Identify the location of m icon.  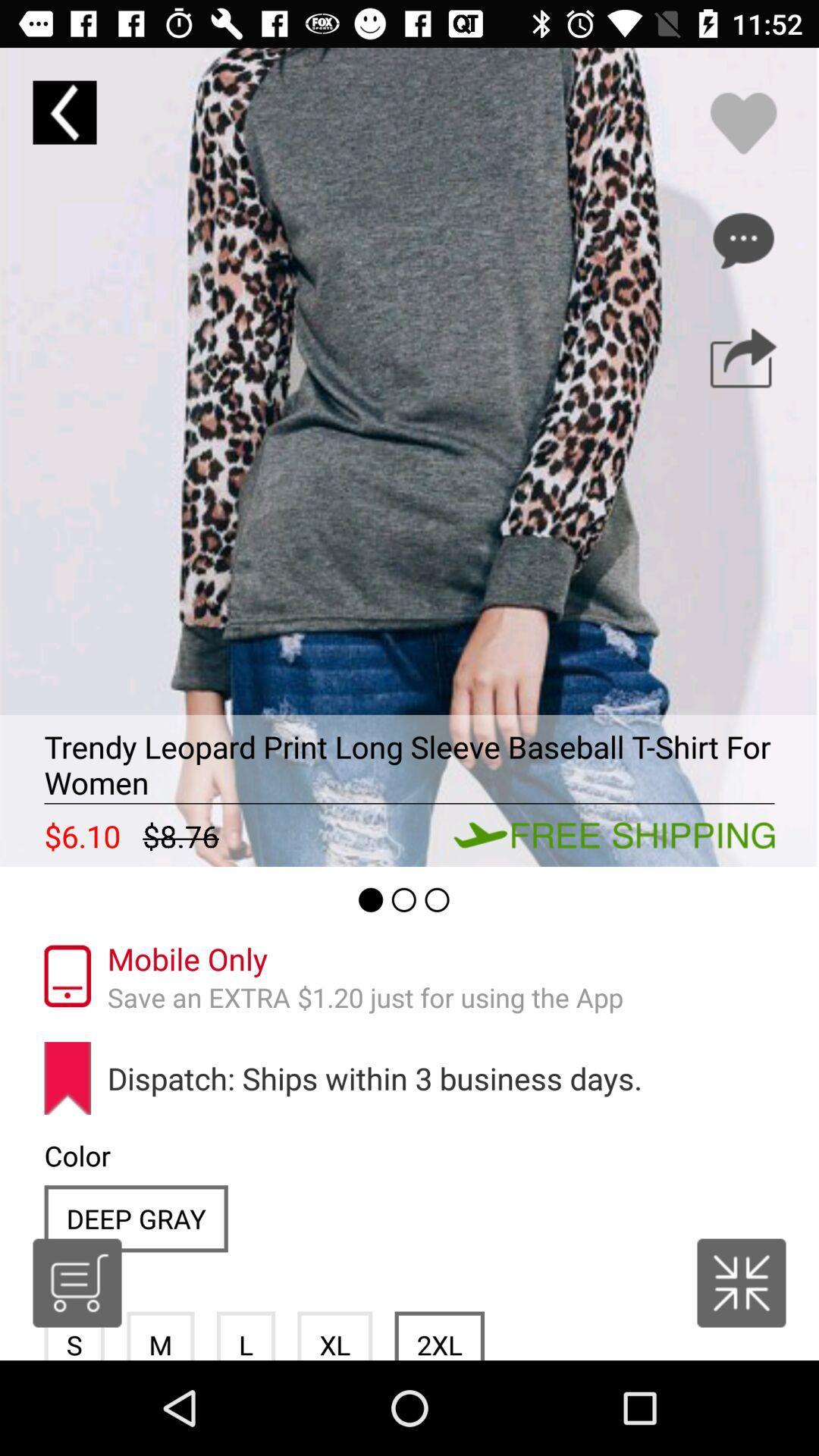
(160, 1335).